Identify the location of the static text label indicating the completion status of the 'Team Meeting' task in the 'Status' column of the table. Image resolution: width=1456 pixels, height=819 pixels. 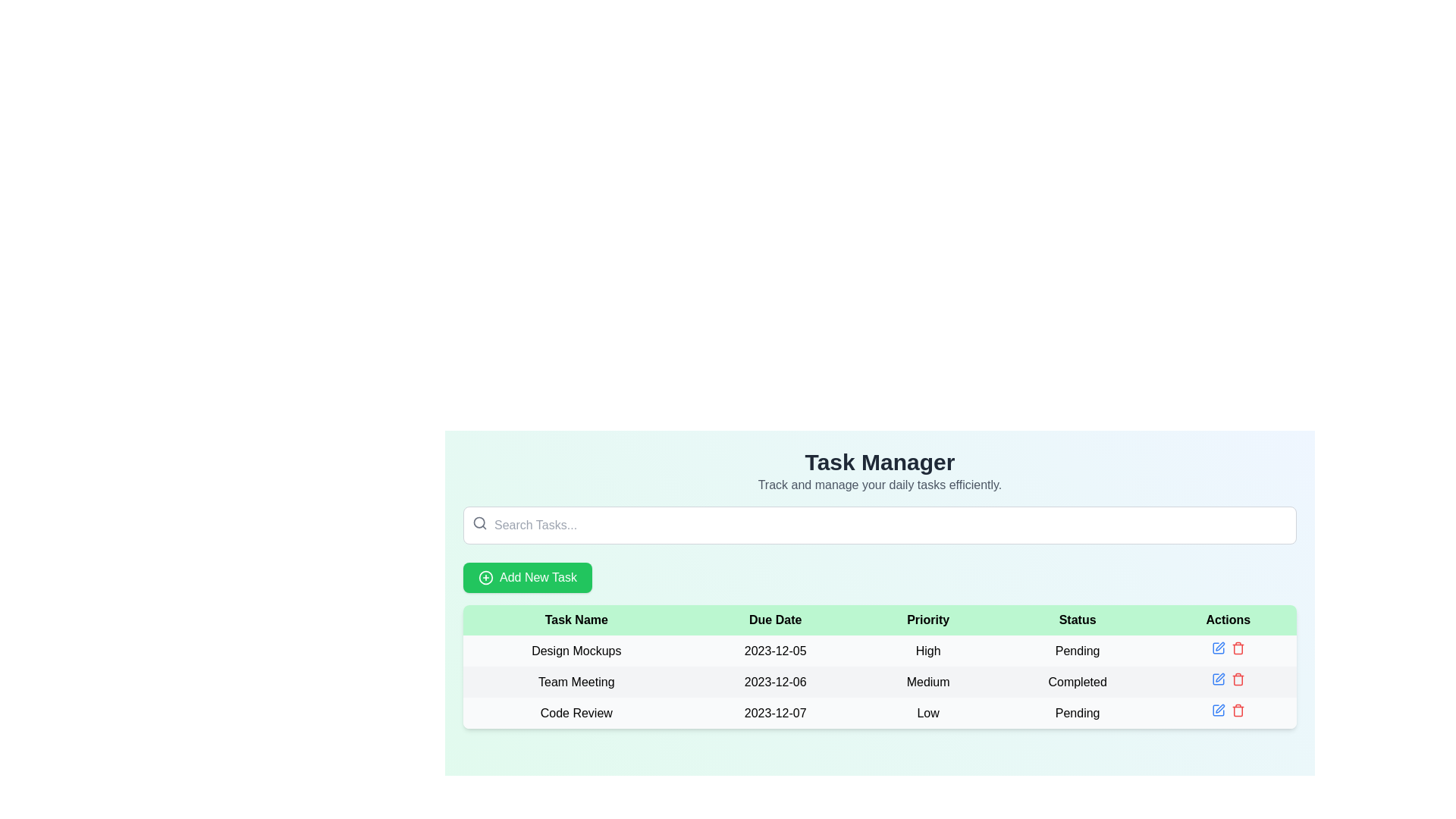
(1077, 681).